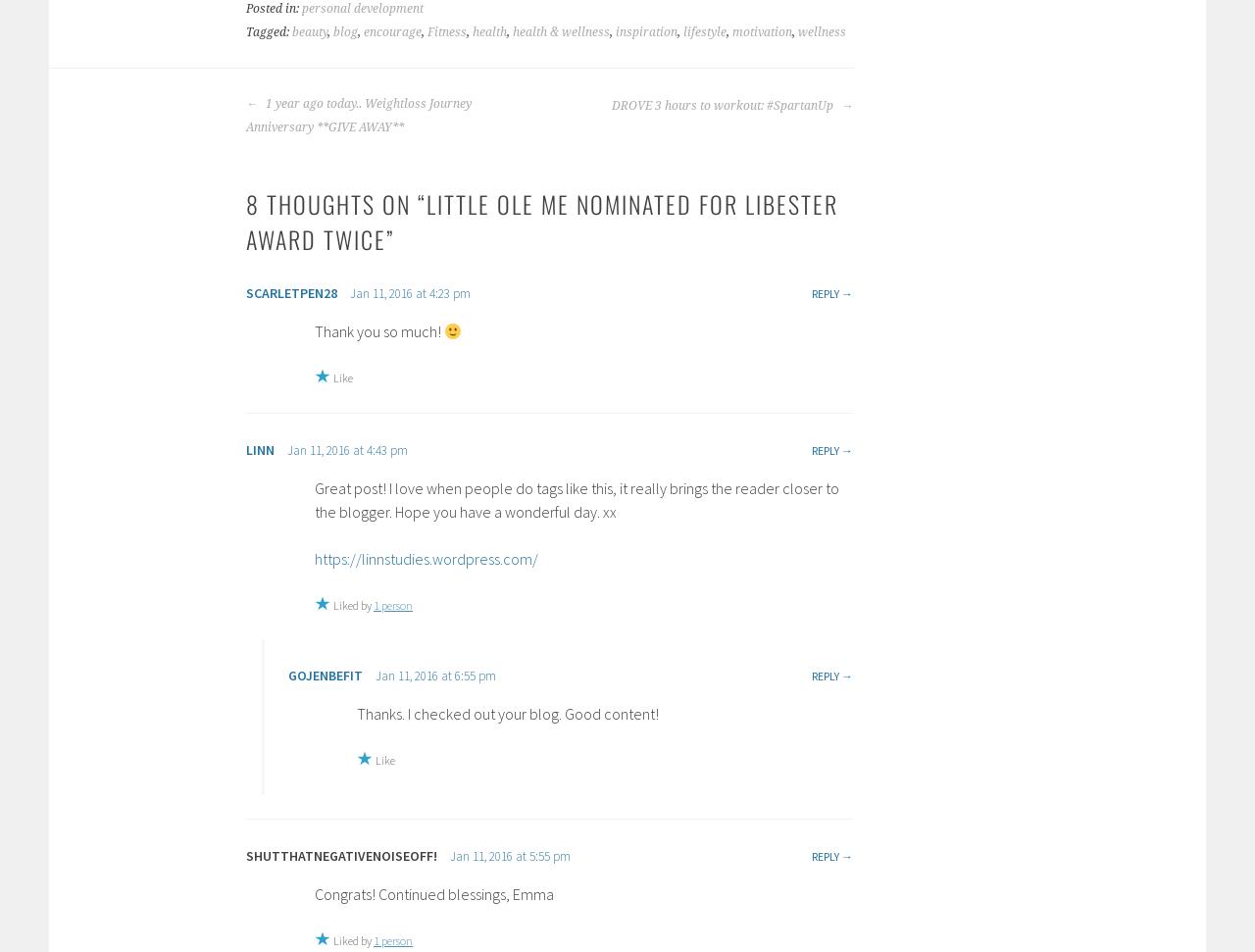  I want to click on 'health', so click(489, 32).